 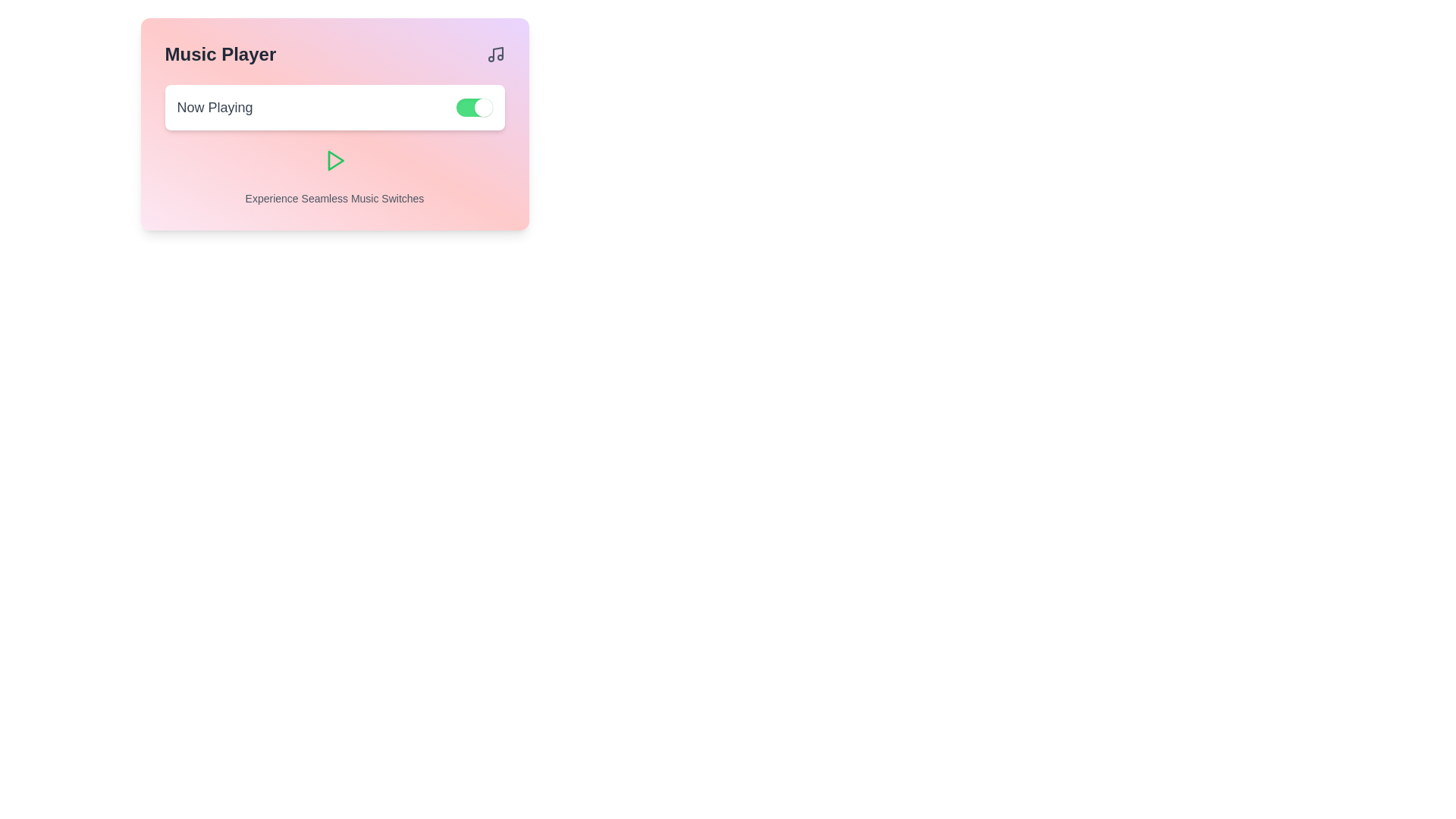 I want to click on the Information panel titled 'Music Player', which features a gradient background and contains a play button and toggle switch, so click(x=334, y=124).